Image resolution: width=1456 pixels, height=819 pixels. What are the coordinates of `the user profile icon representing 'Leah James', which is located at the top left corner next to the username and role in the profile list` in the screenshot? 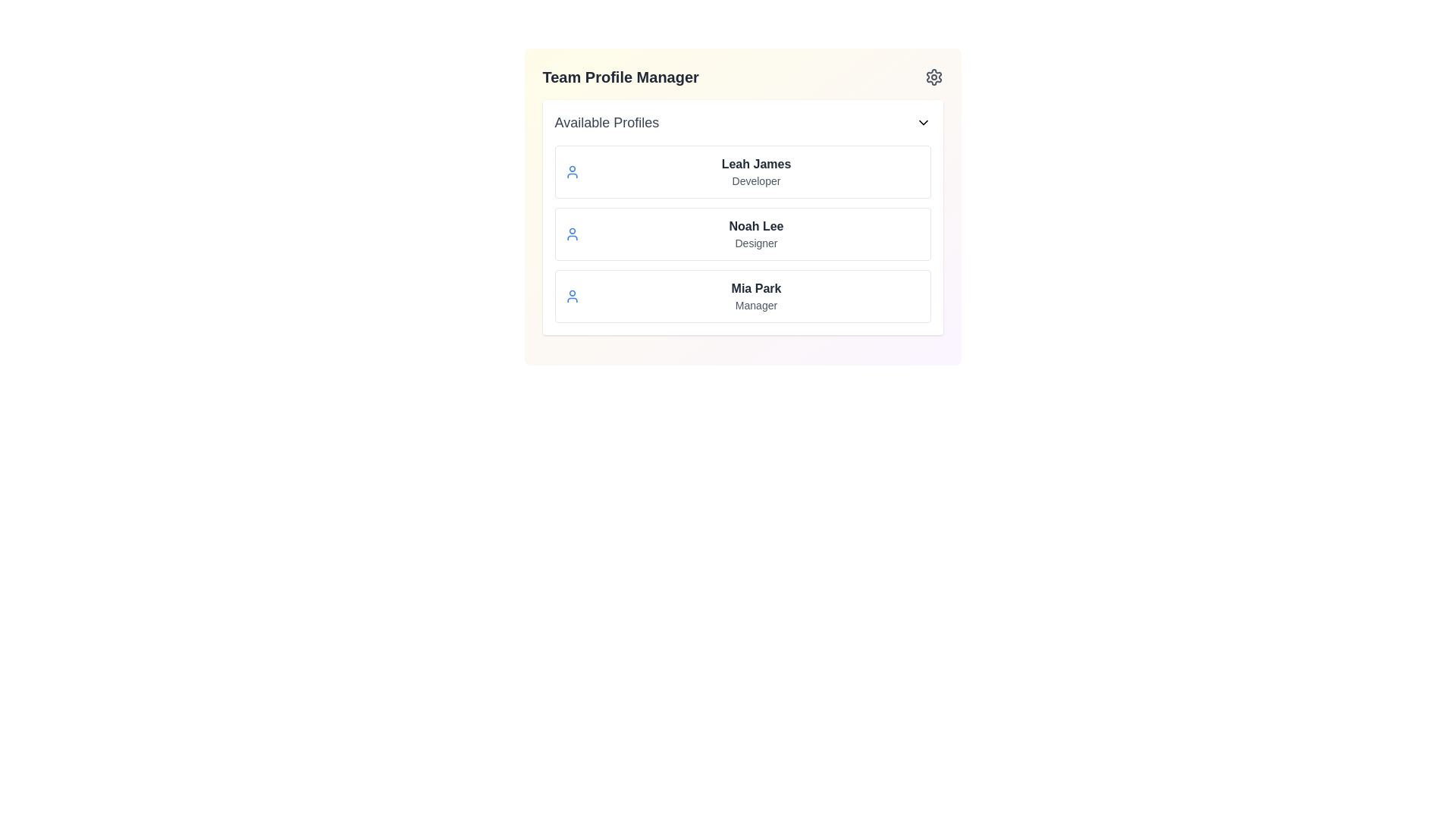 It's located at (571, 171).